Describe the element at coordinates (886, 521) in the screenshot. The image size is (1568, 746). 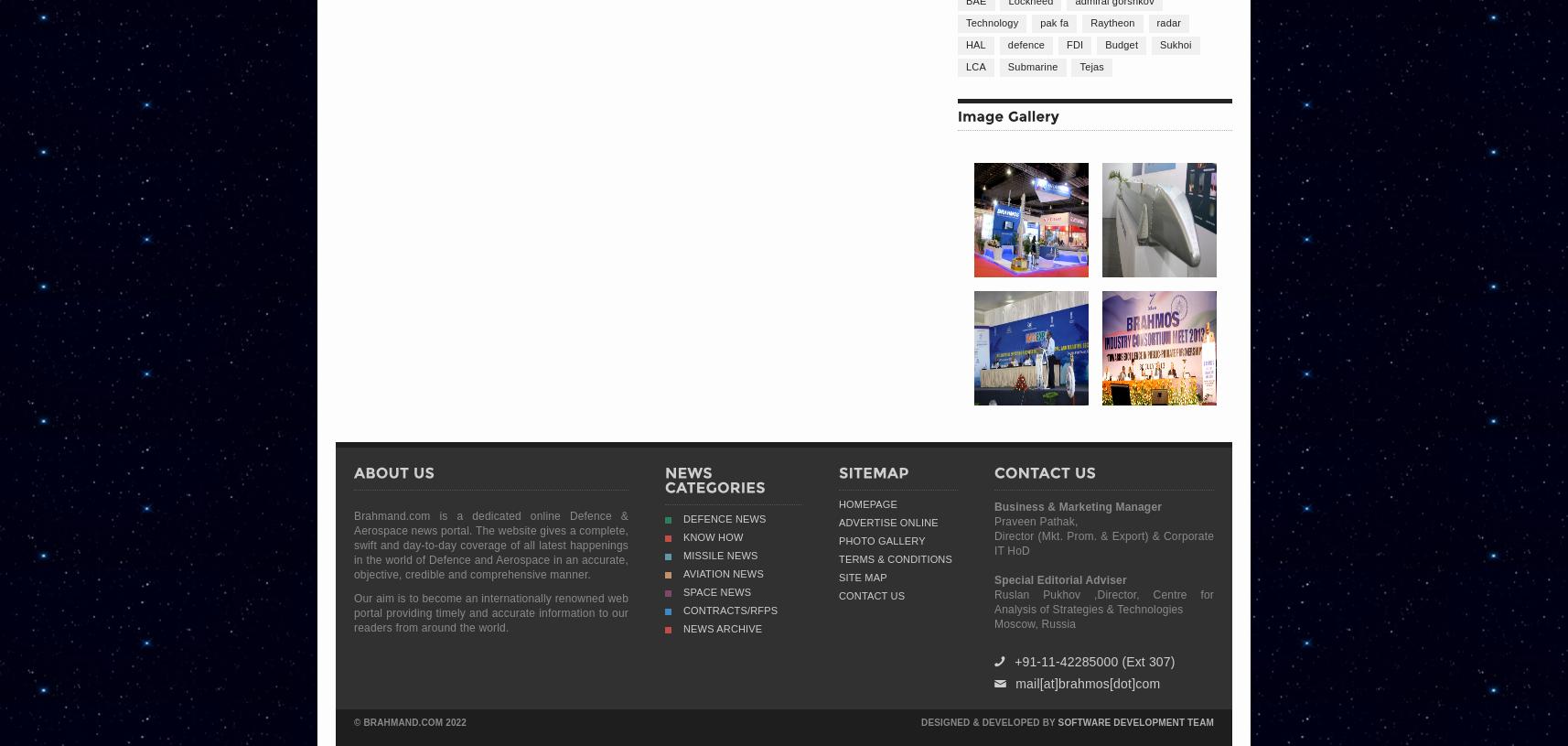
I see `'Advertise Online'` at that location.